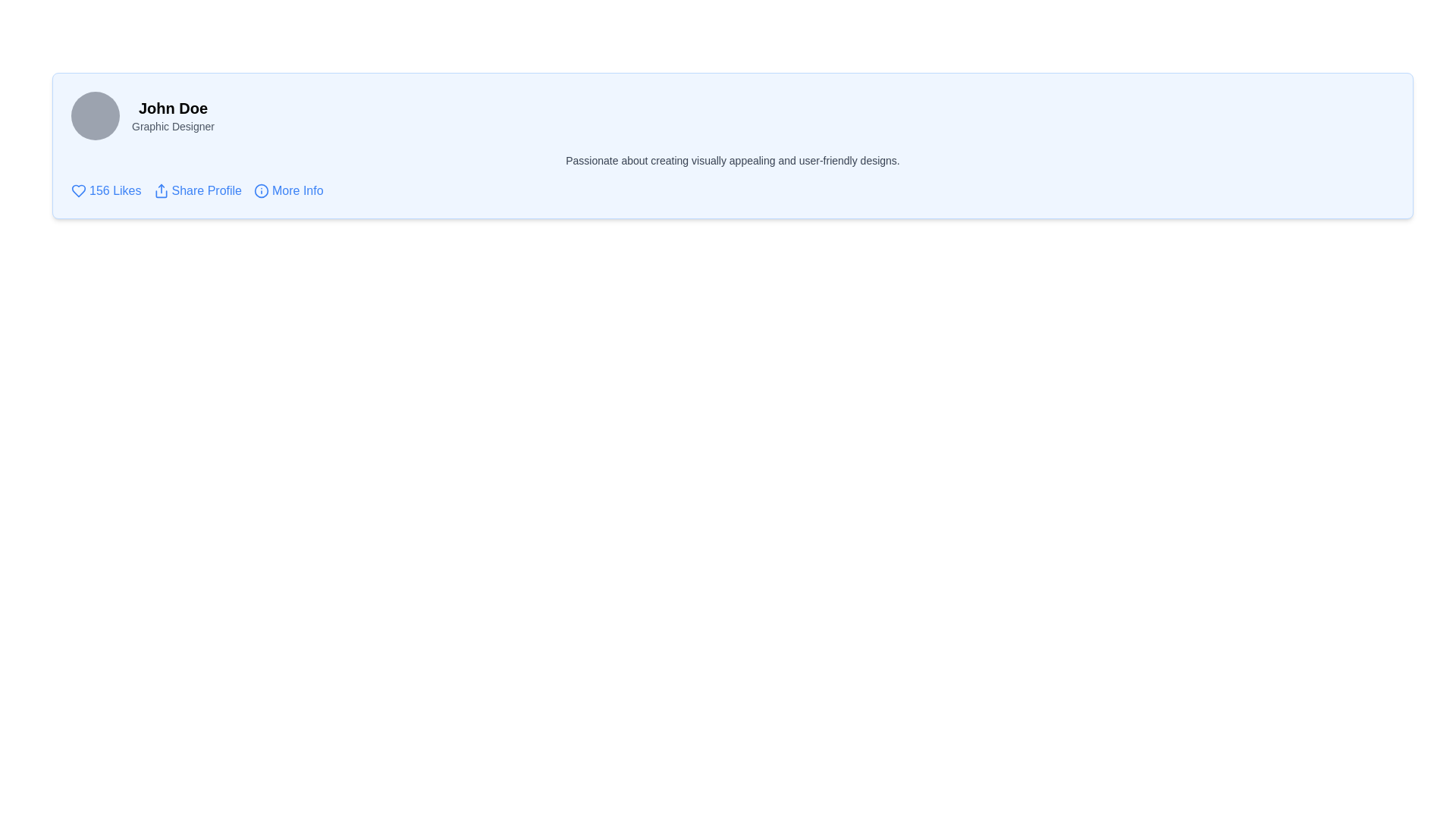 Image resolution: width=1456 pixels, height=819 pixels. Describe the element at coordinates (105, 190) in the screenshot. I see `the like count indicator button, which is the first item` at that location.